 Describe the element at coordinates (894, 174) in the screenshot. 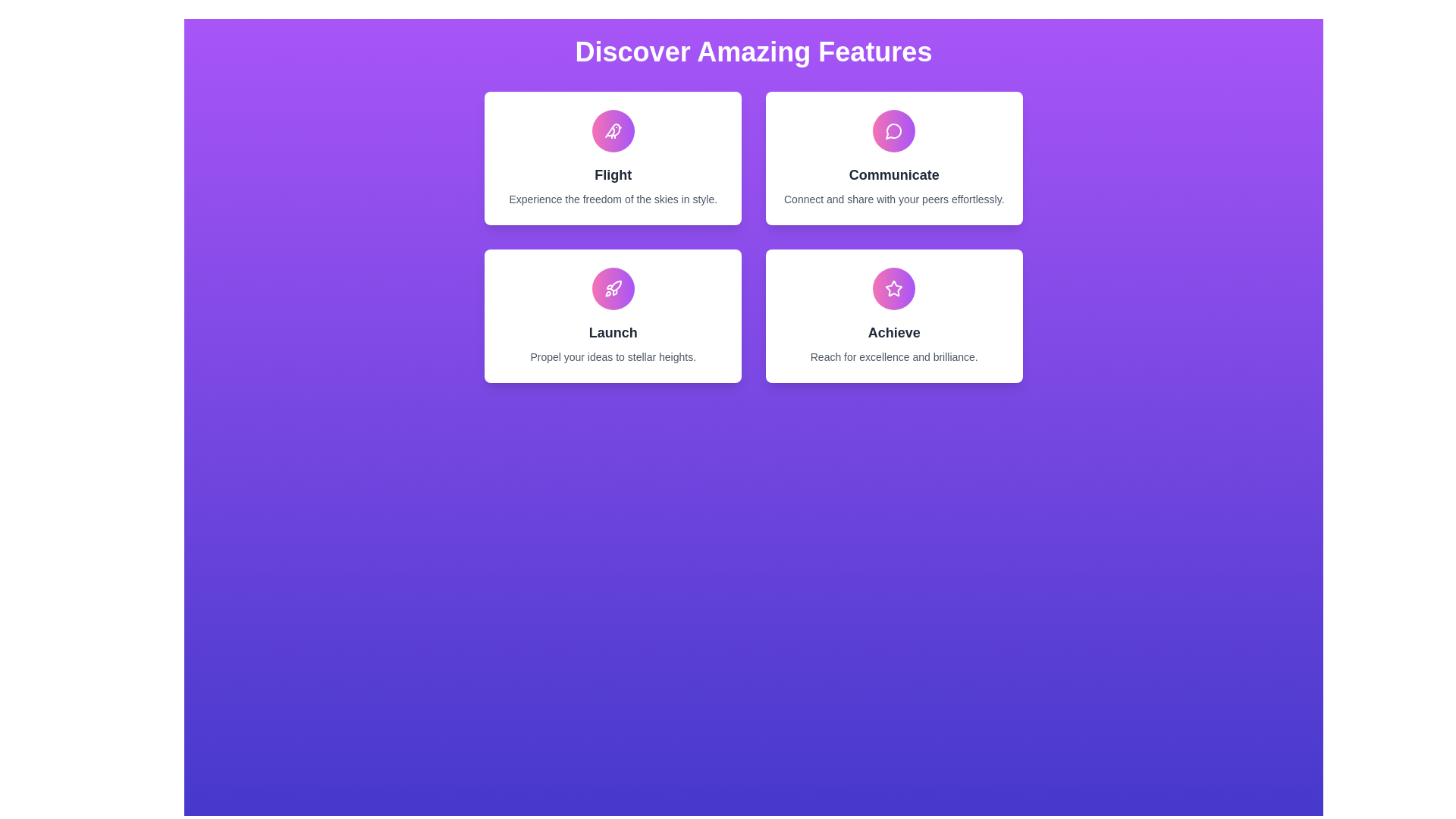

I see `the text label located in the top-right card section of the interface` at that location.